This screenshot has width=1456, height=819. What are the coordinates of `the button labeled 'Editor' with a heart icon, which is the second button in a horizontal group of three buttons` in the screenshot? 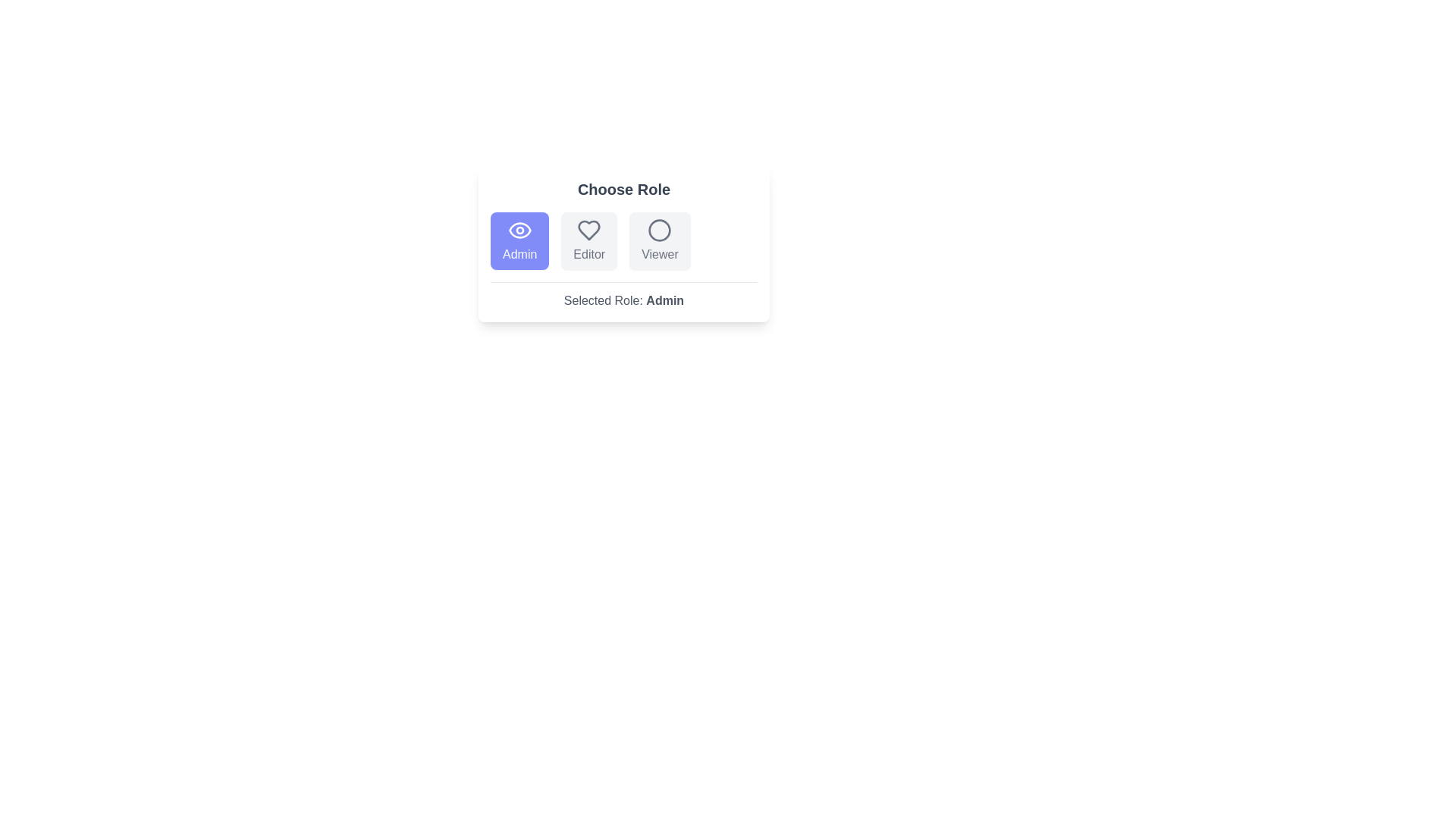 It's located at (588, 240).